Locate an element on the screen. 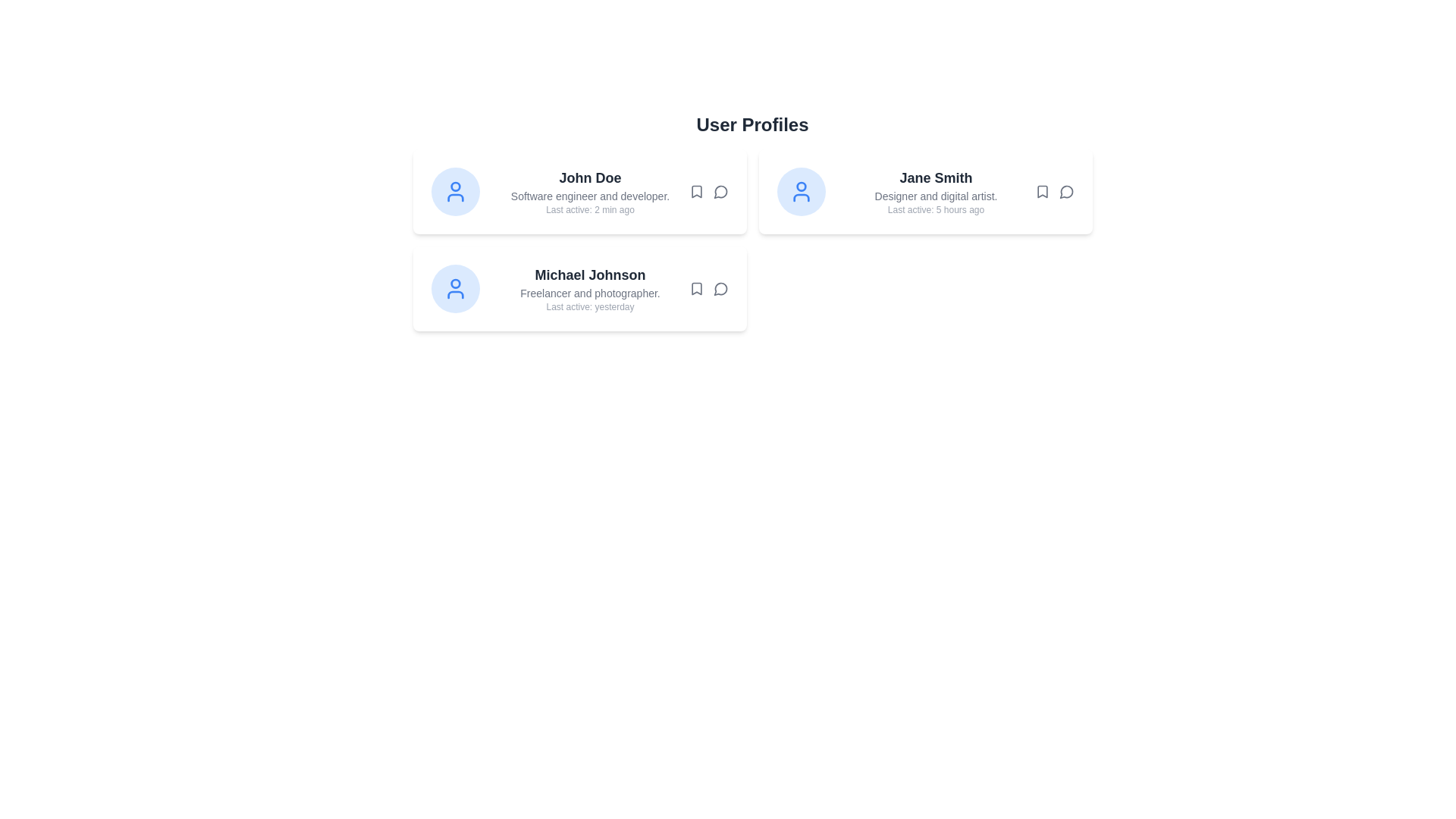 This screenshot has height=819, width=1456. text content of the paragraph that describes the professional title and description associated with the user 'Jane Smith', located in the profile card in the top-right corner of the page, directly below the heading 'Jane Smith' is located at coordinates (935, 195).